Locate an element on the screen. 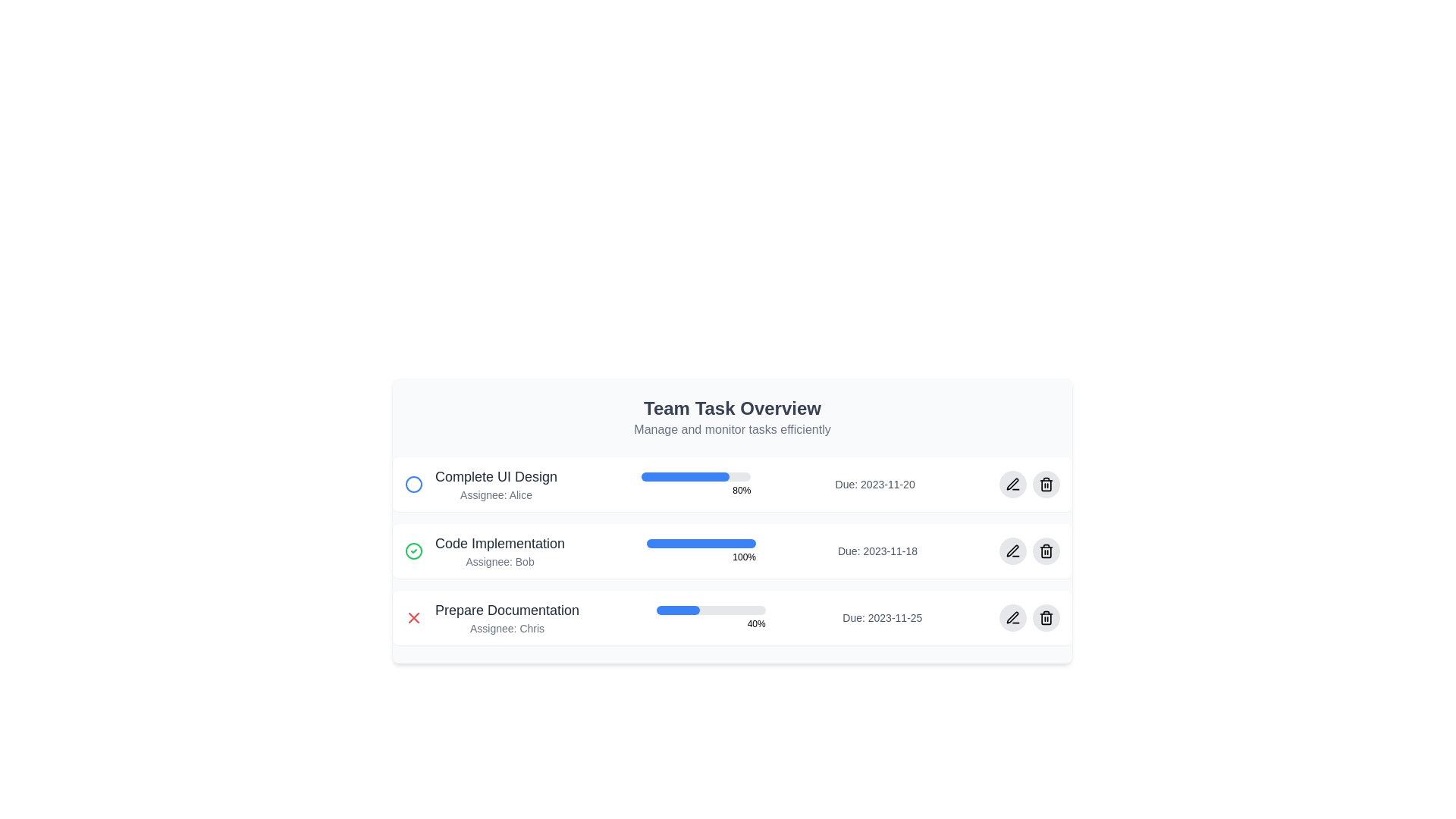 Image resolution: width=1456 pixels, height=819 pixels. percentage value displayed on the progress bar located in the second column of the task row titled 'Complete UI Design', which is centrally aligned within its row is located at coordinates (695, 485).